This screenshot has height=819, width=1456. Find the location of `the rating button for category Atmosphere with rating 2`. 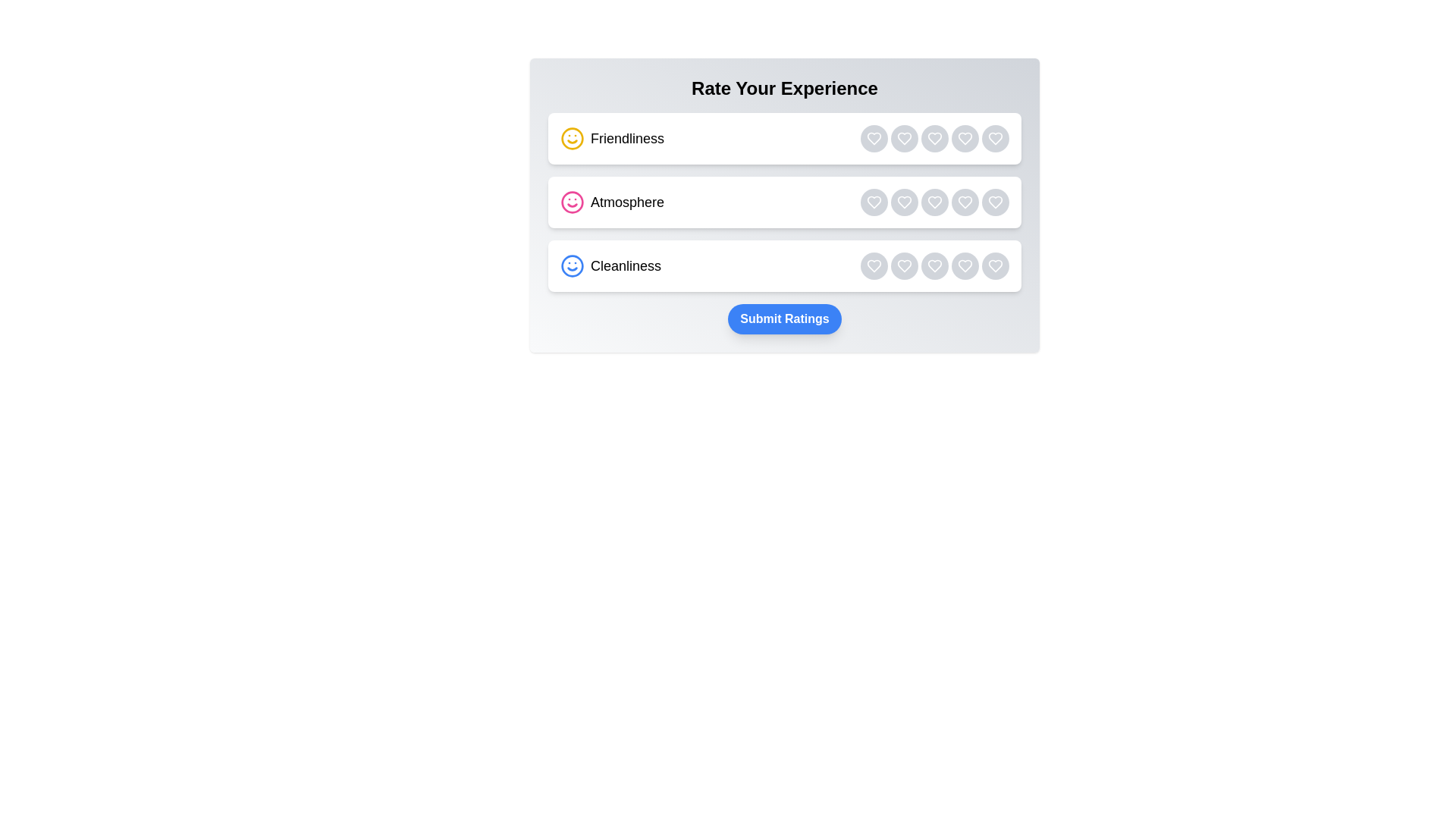

the rating button for category Atmosphere with rating 2 is located at coordinates (905, 201).